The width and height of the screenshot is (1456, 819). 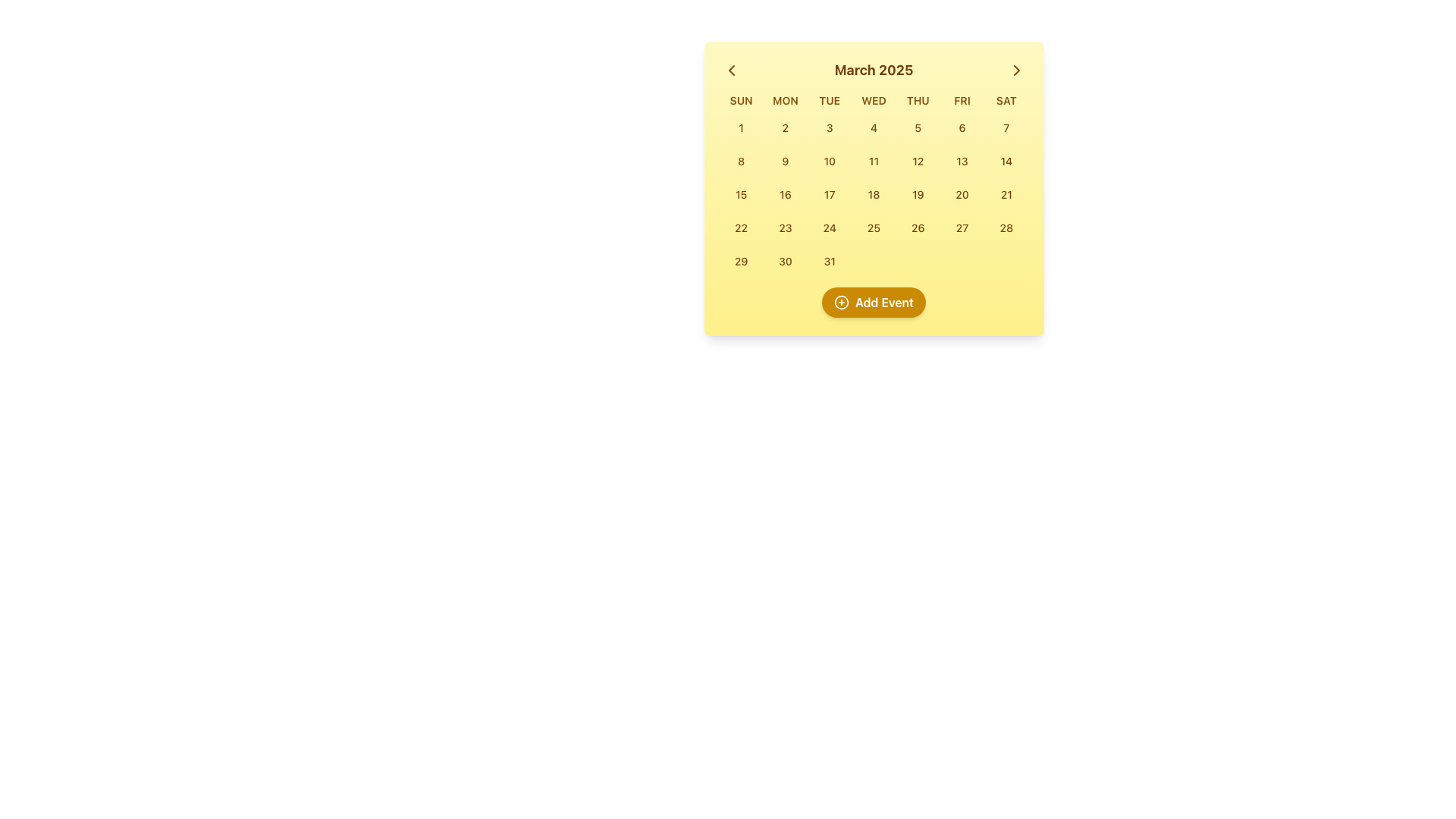 What do you see at coordinates (785, 127) in the screenshot?
I see `the calendar date cell displaying the number '2' in a dark yellow font, which is located under the 'MON' label in the March 2025 calendar` at bounding box center [785, 127].